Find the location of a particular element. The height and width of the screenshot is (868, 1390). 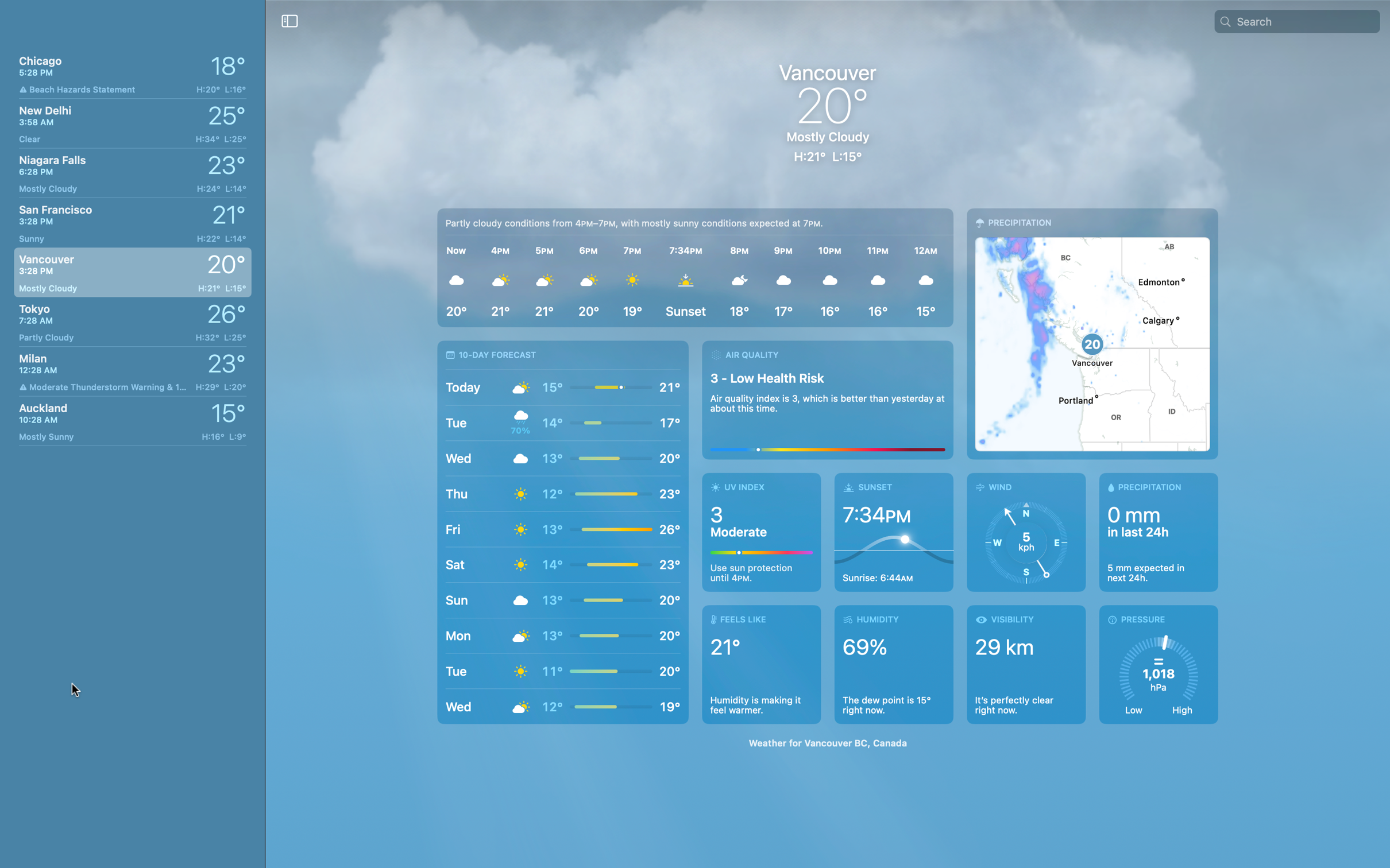

Check the sun"s placement in Vancouver is located at coordinates (894, 532).